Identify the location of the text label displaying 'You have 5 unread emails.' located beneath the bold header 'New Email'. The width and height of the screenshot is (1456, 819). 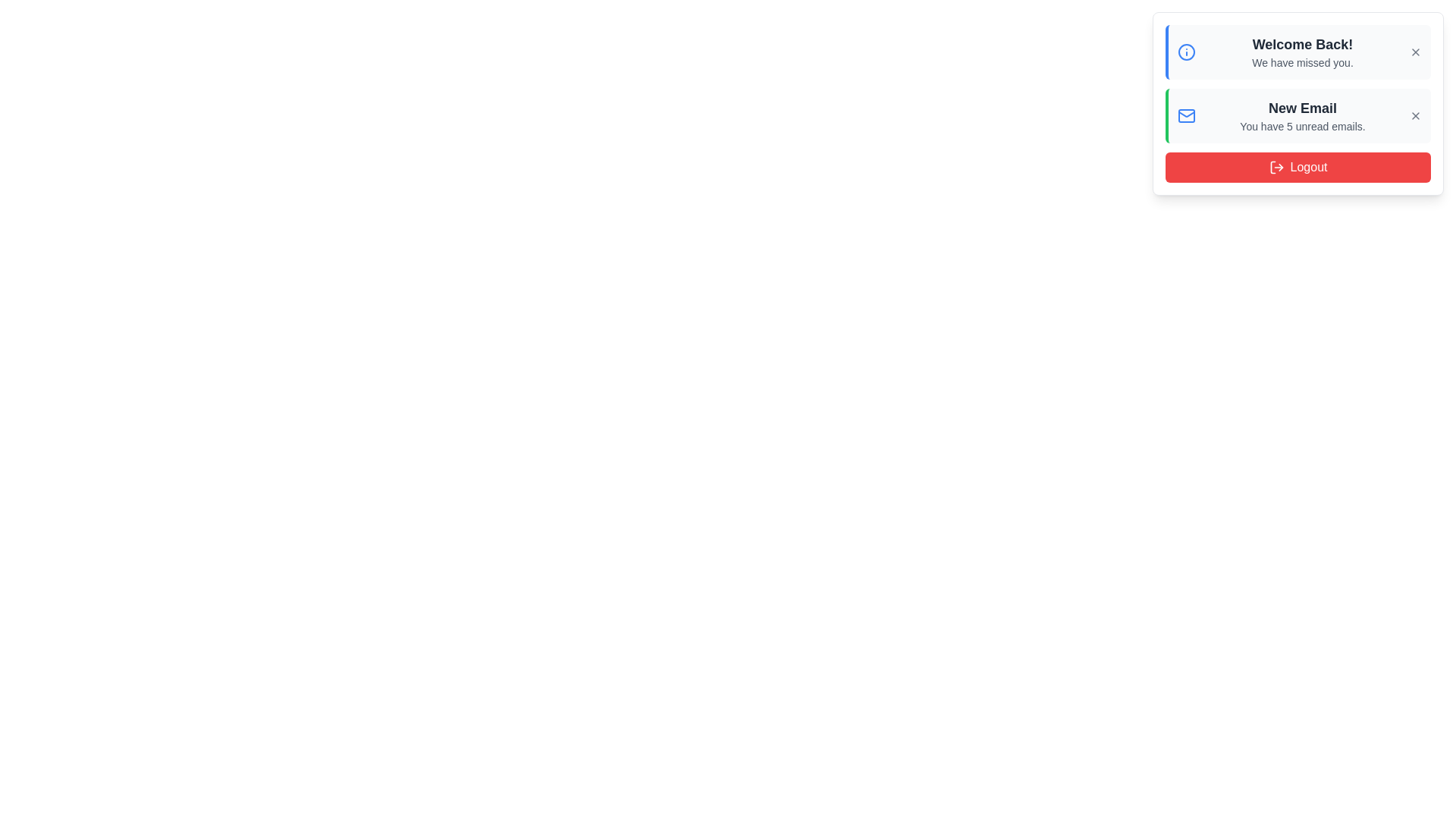
(1302, 125).